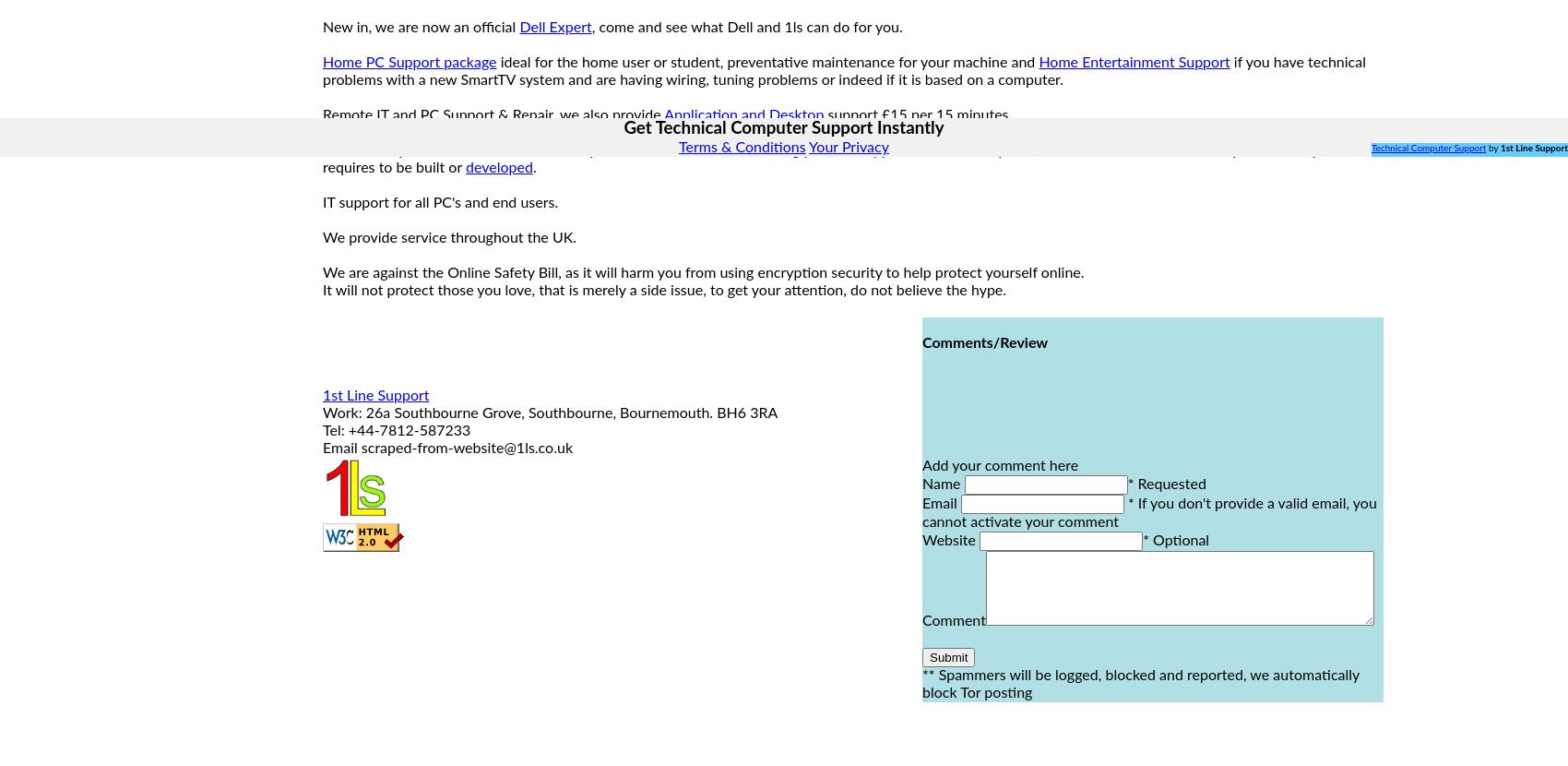 The height and width of the screenshot is (766, 1568). What do you see at coordinates (396, 430) in the screenshot?
I see `'Tel: +44-7812-587233'` at bounding box center [396, 430].